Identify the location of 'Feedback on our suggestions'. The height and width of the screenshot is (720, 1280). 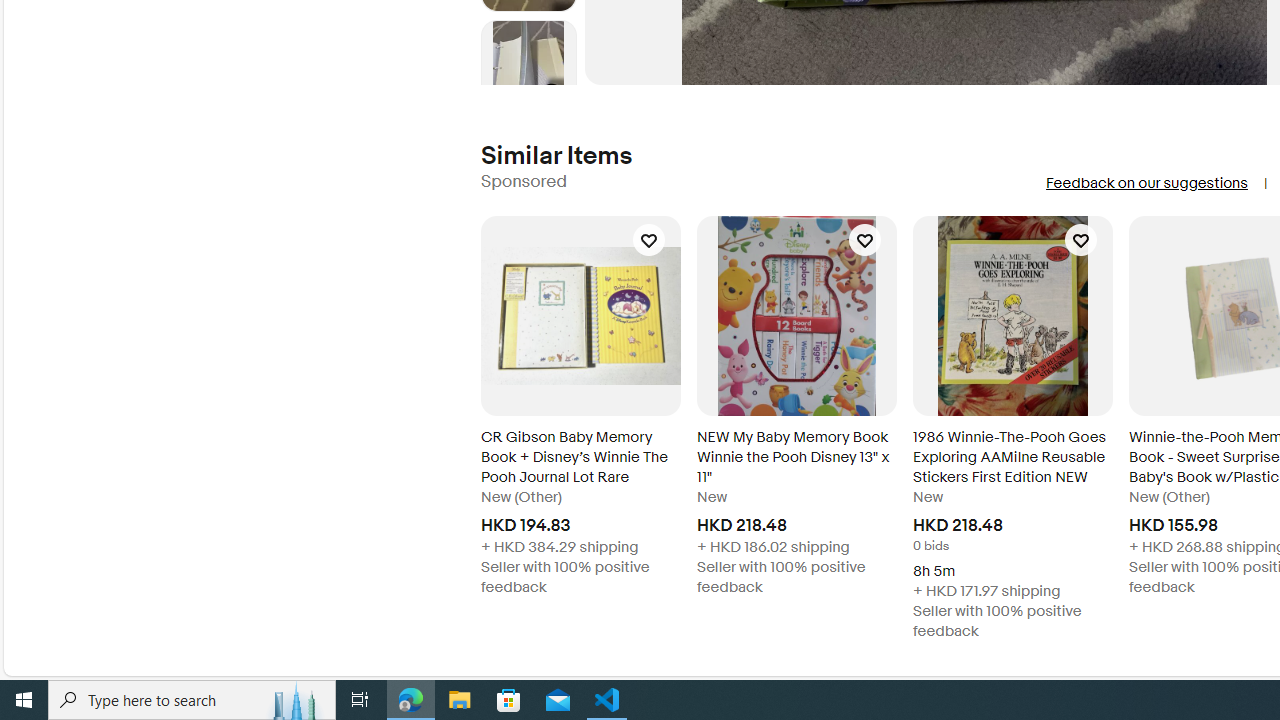
(1146, 183).